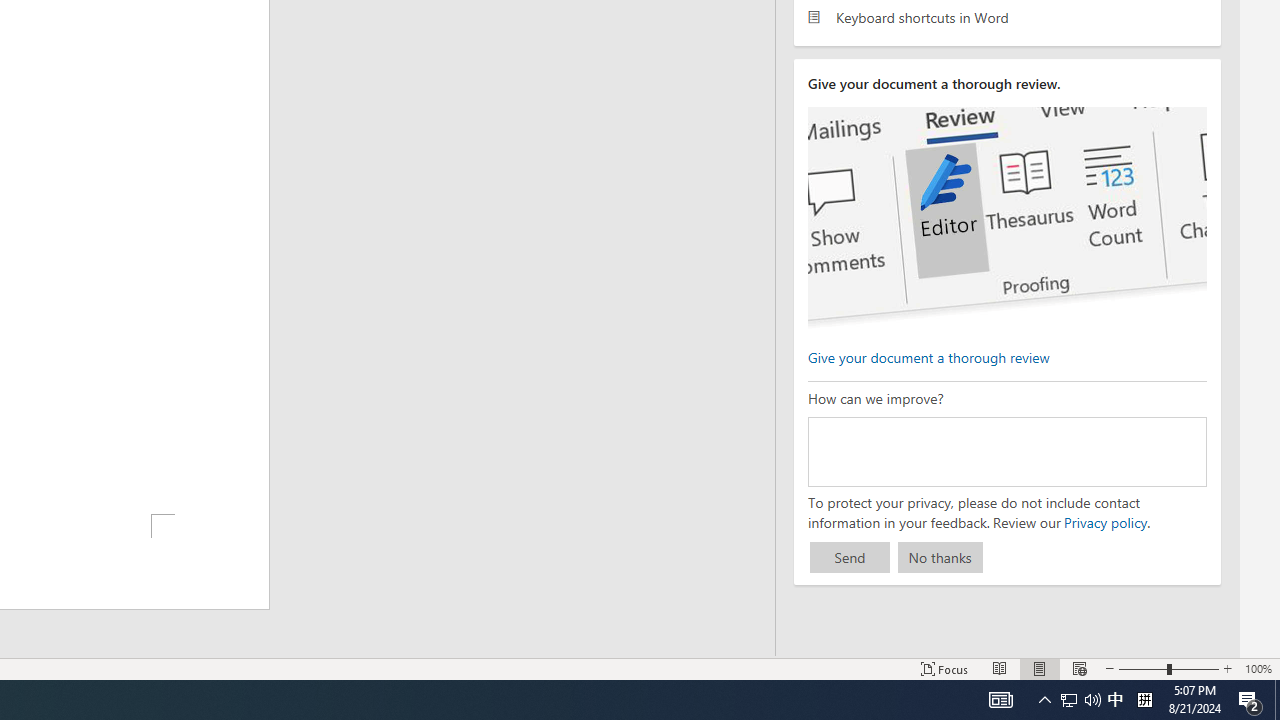 Image resolution: width=1280 pixels, height=720 pixels. Describe the element at coordinates (1143, 669) in the screenshot. I see `'Zoom Out'` at that location.